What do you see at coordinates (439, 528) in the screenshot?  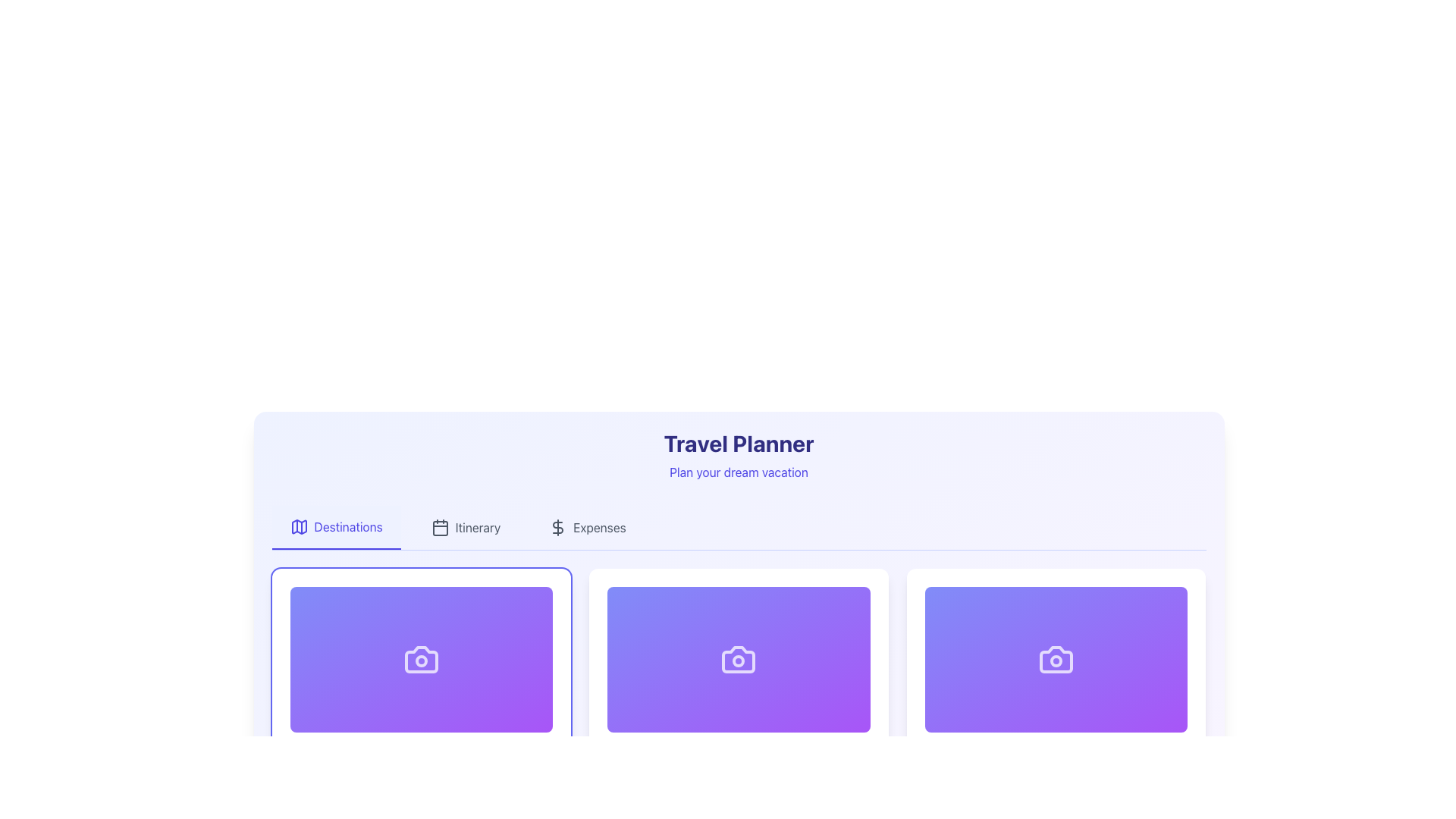 I see `the rectangular component within the calendar icon` at bounding box center [439, 528].